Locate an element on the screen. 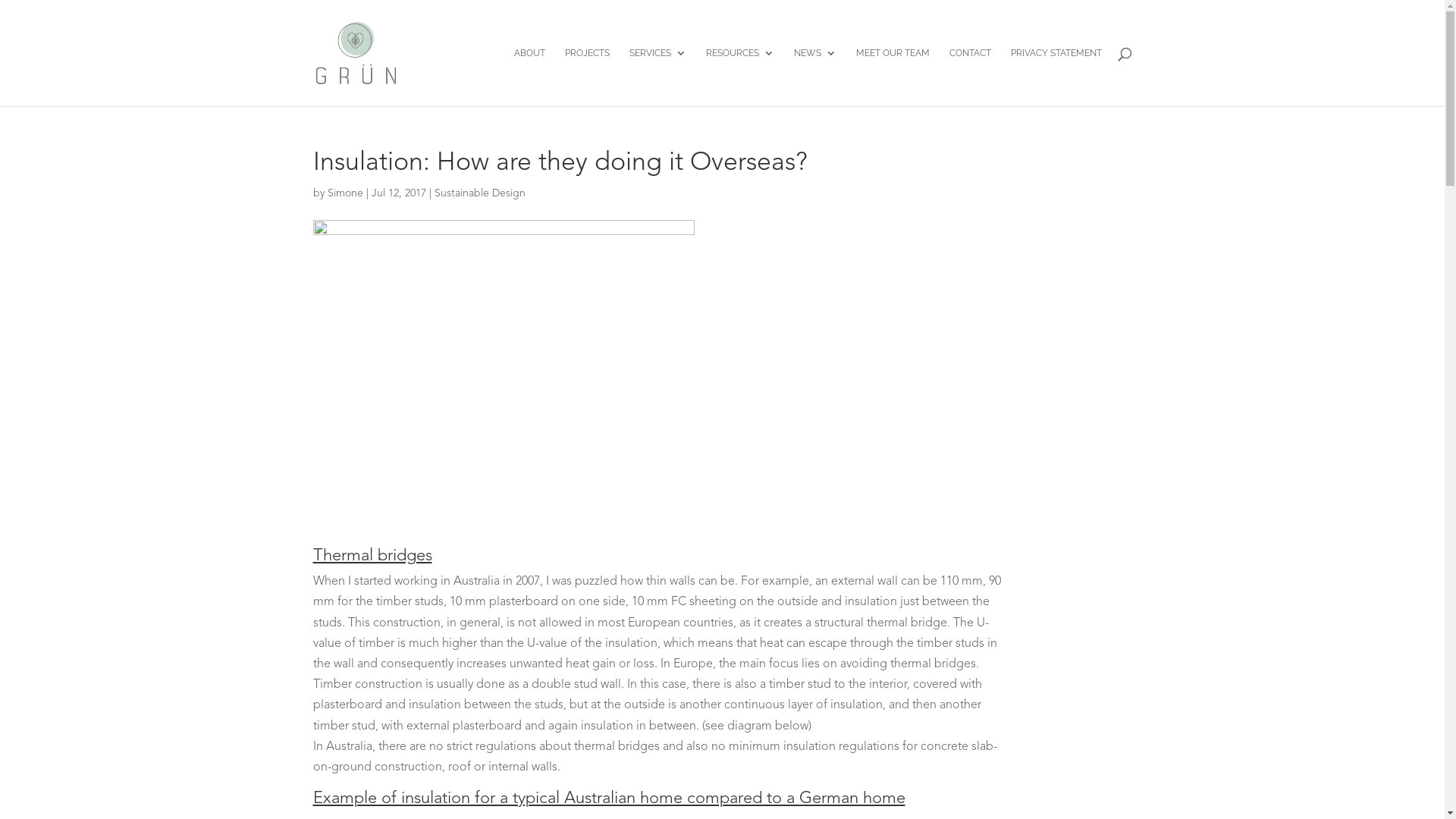  'PROJECTS' is located at coordinates (585, 77).